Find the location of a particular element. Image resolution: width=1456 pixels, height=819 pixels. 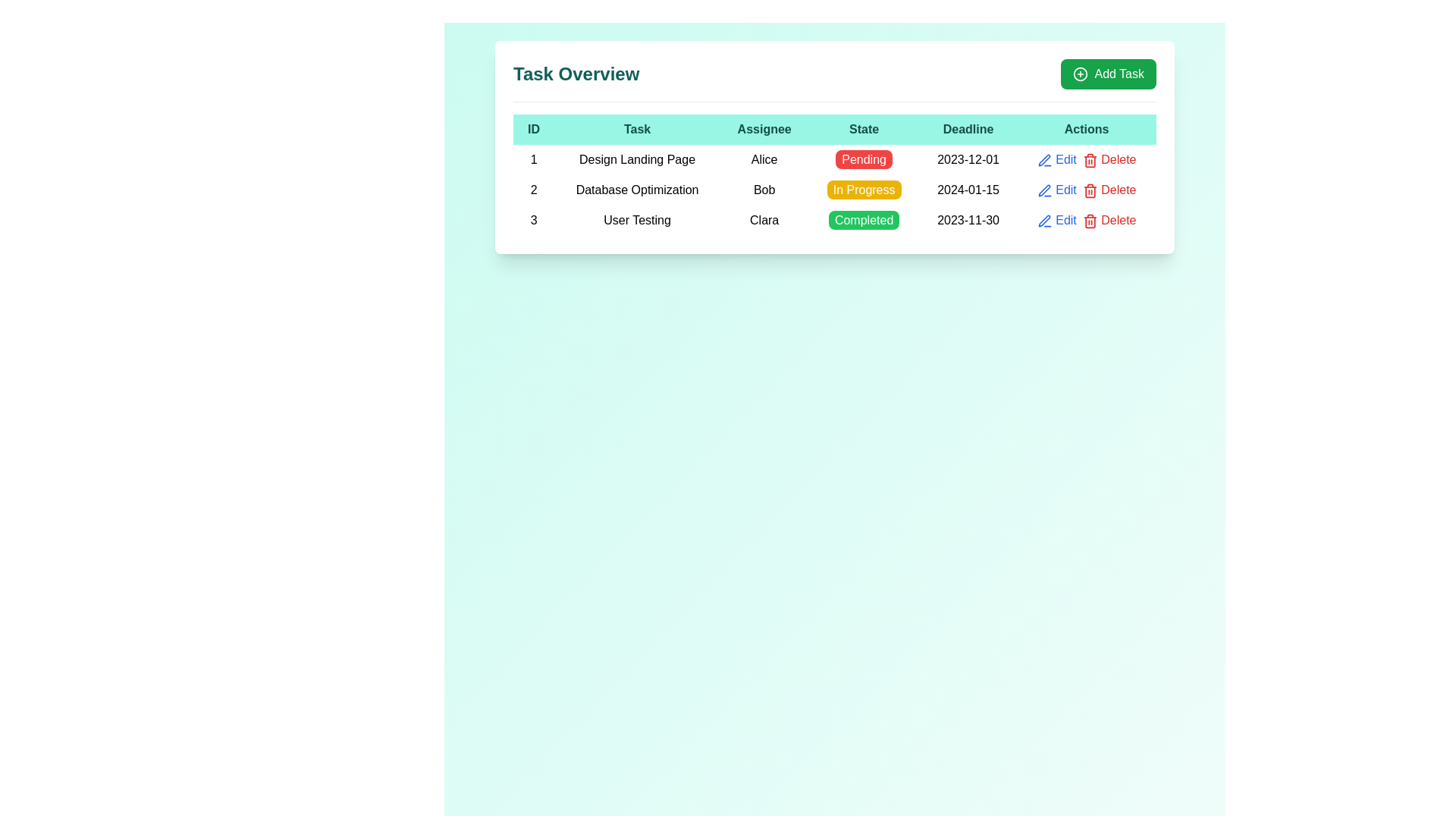

the Text Label that identifies the task in the first column of the second row in the 'Task Overview' table is located at coordinates (534, 189).